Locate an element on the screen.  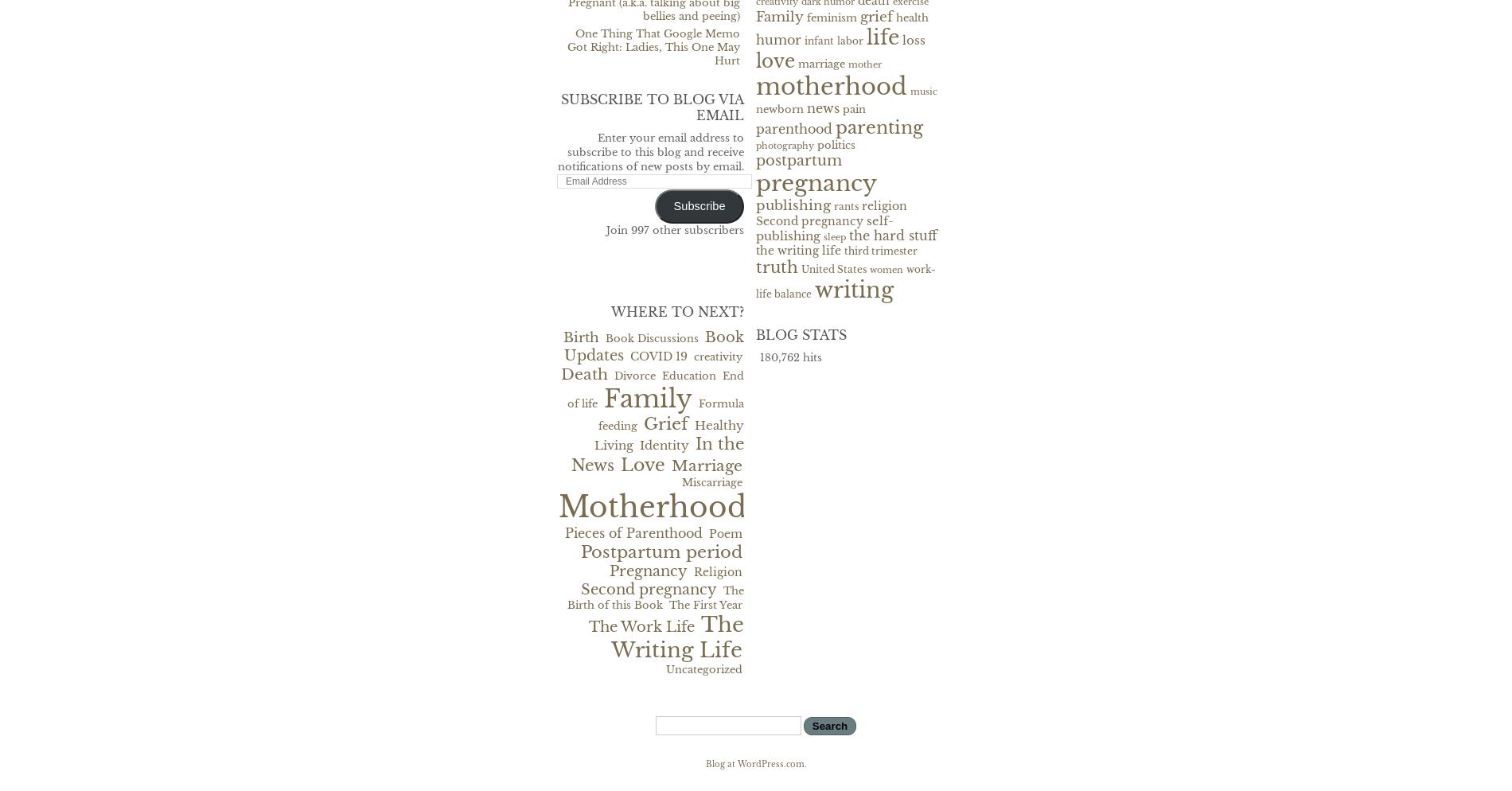
'life' is located at coordinates (883, 36).